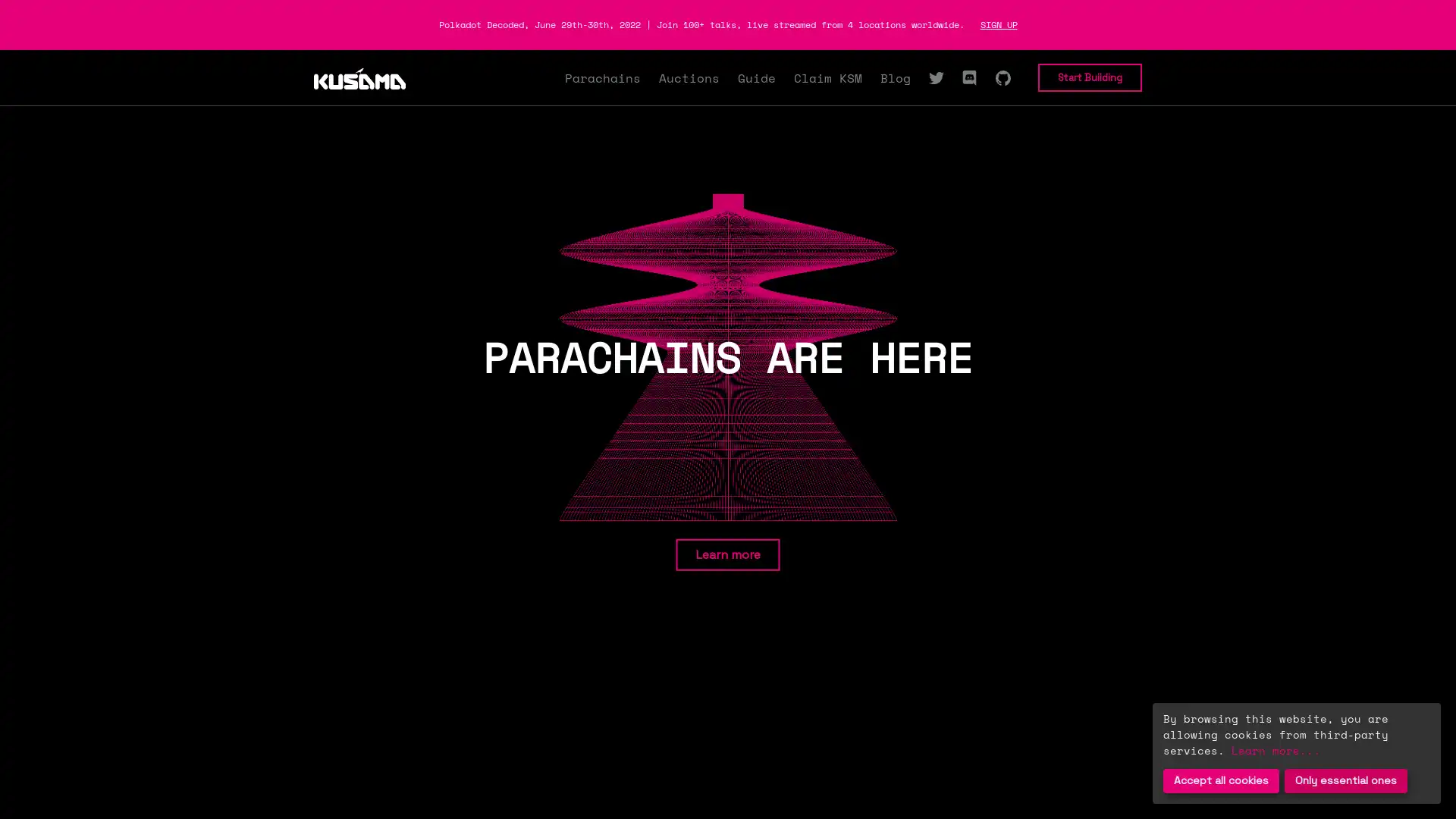 The height and width of the screenshot is (819, 1456). I want to click on Accept all cookies, so click(1221, 780).